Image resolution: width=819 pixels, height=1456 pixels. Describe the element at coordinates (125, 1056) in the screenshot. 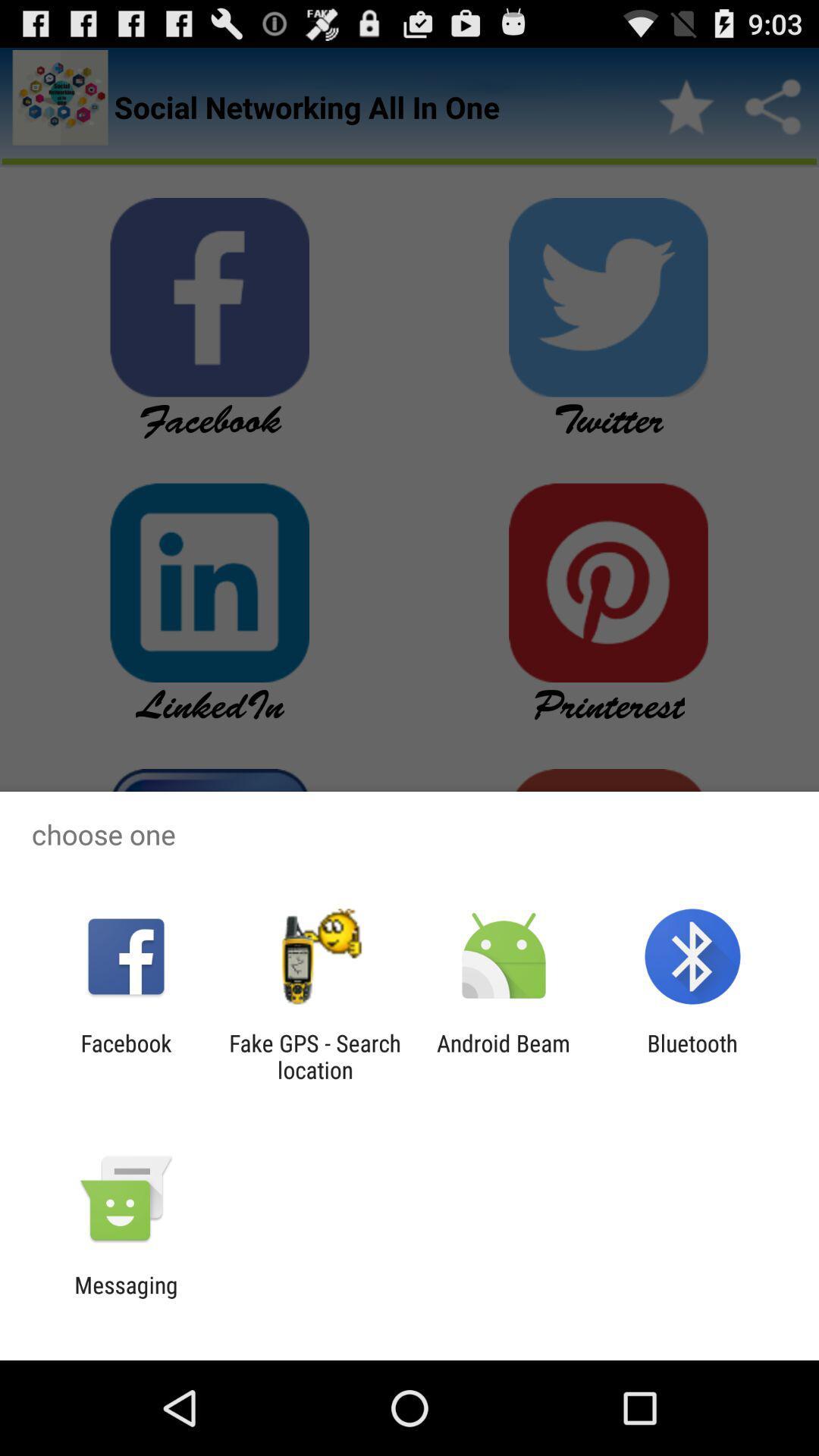

I see `facebook` at that location.